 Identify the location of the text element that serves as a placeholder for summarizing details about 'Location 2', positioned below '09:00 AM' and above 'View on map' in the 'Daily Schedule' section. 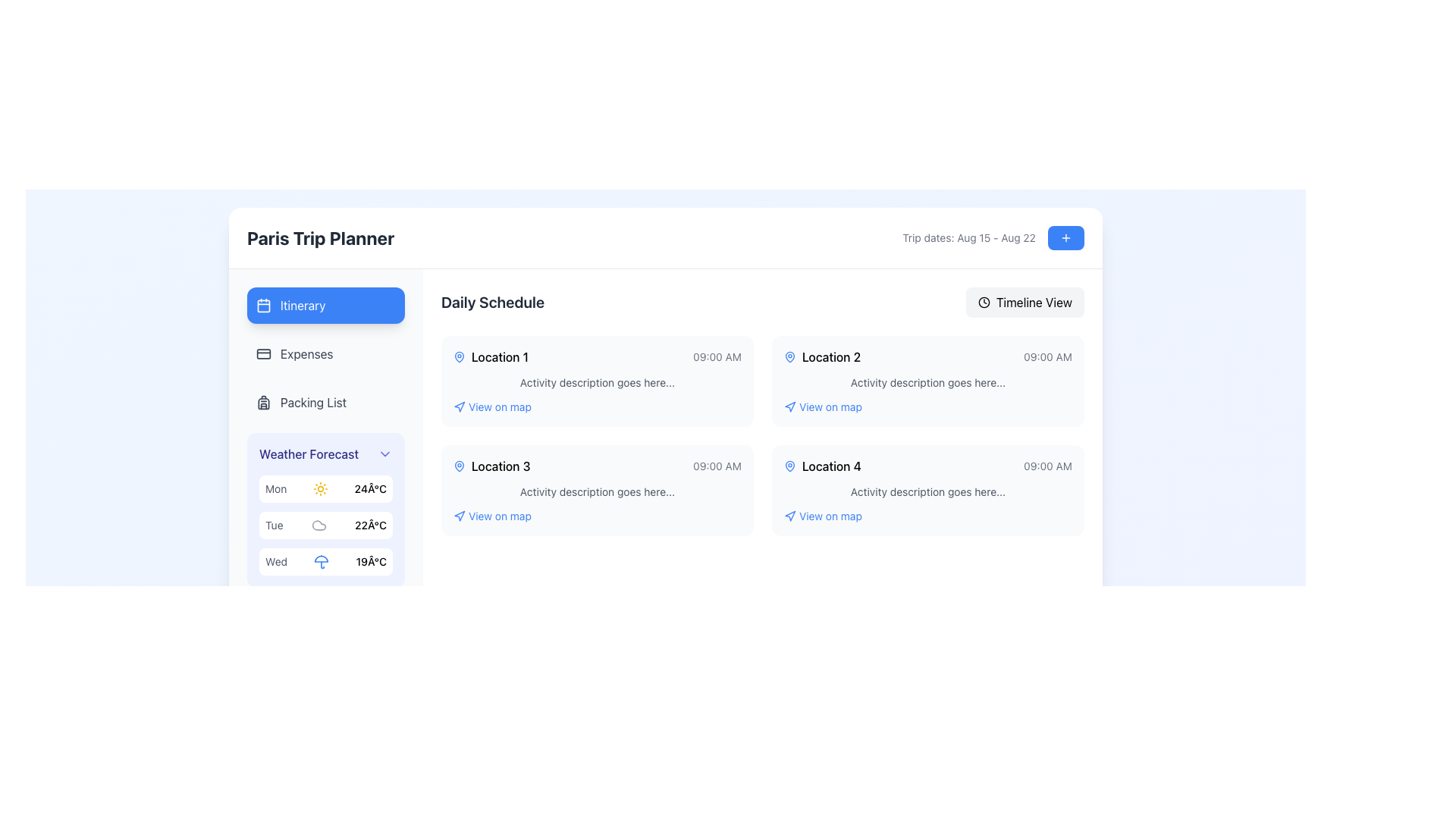
(927, 382).